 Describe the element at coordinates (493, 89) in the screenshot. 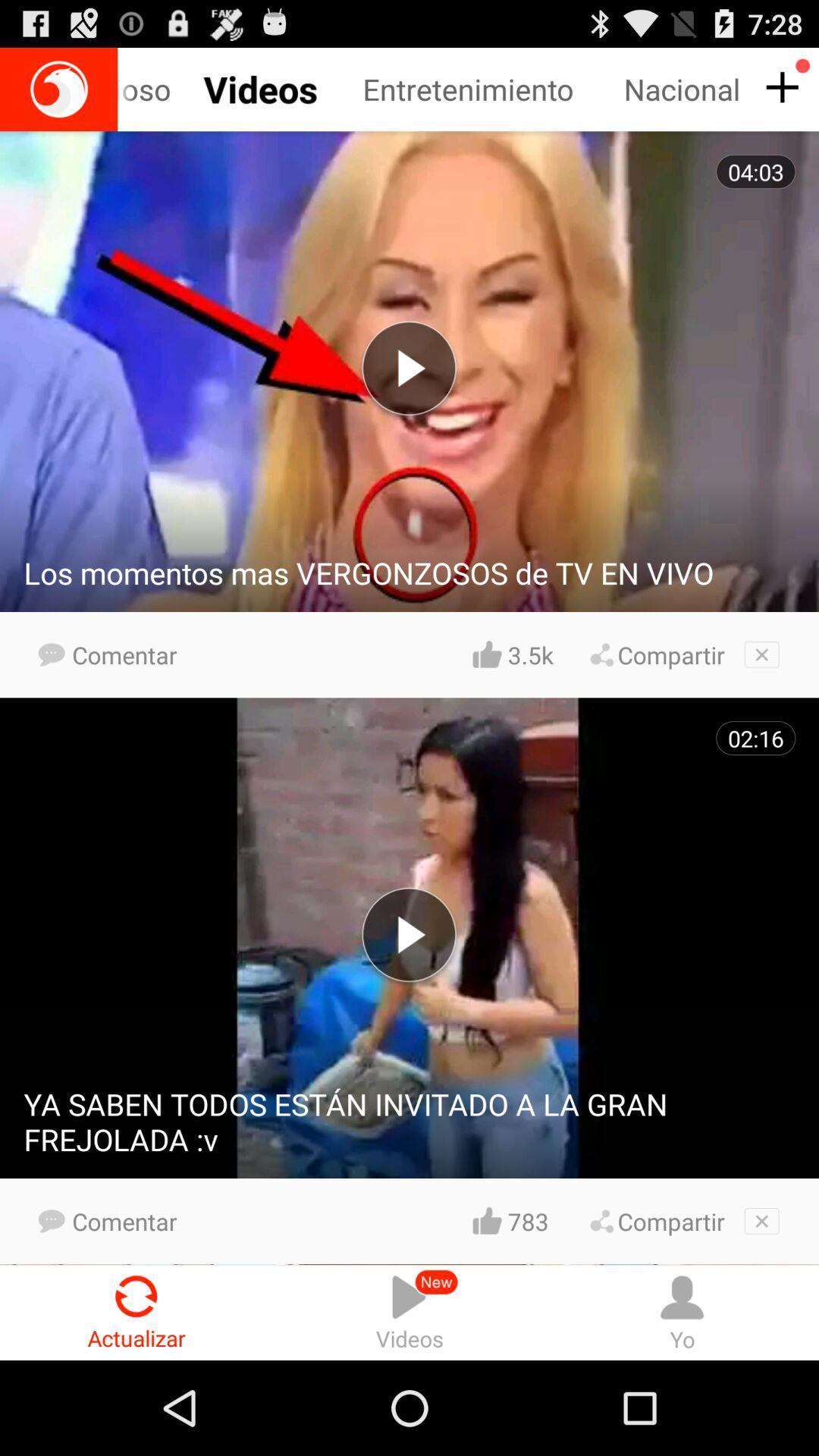

I see `icon to the right of gracioso icon` at that location.